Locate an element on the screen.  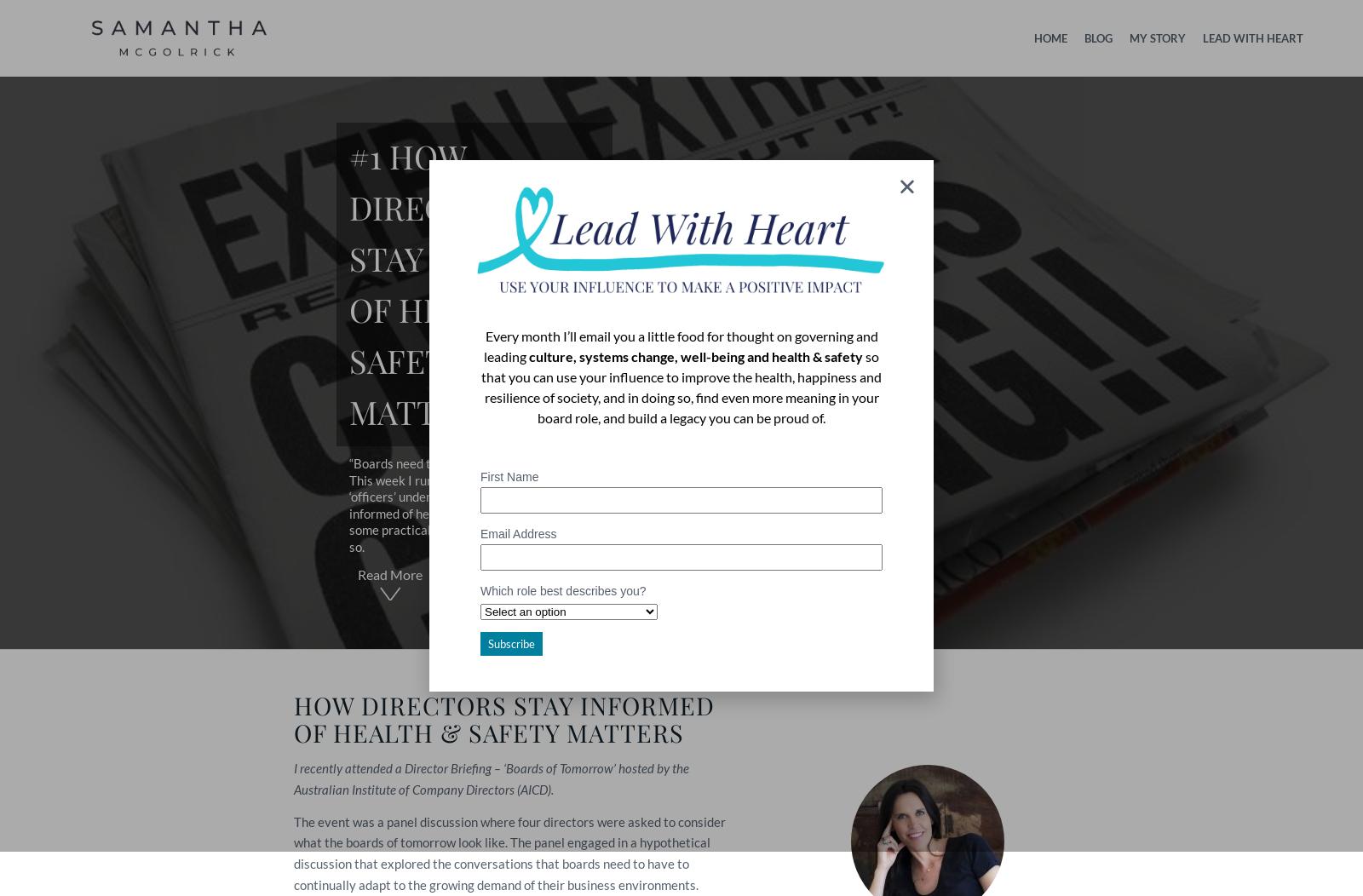
'LEAD WITH HEART' is located at coordinates (1203, 37).